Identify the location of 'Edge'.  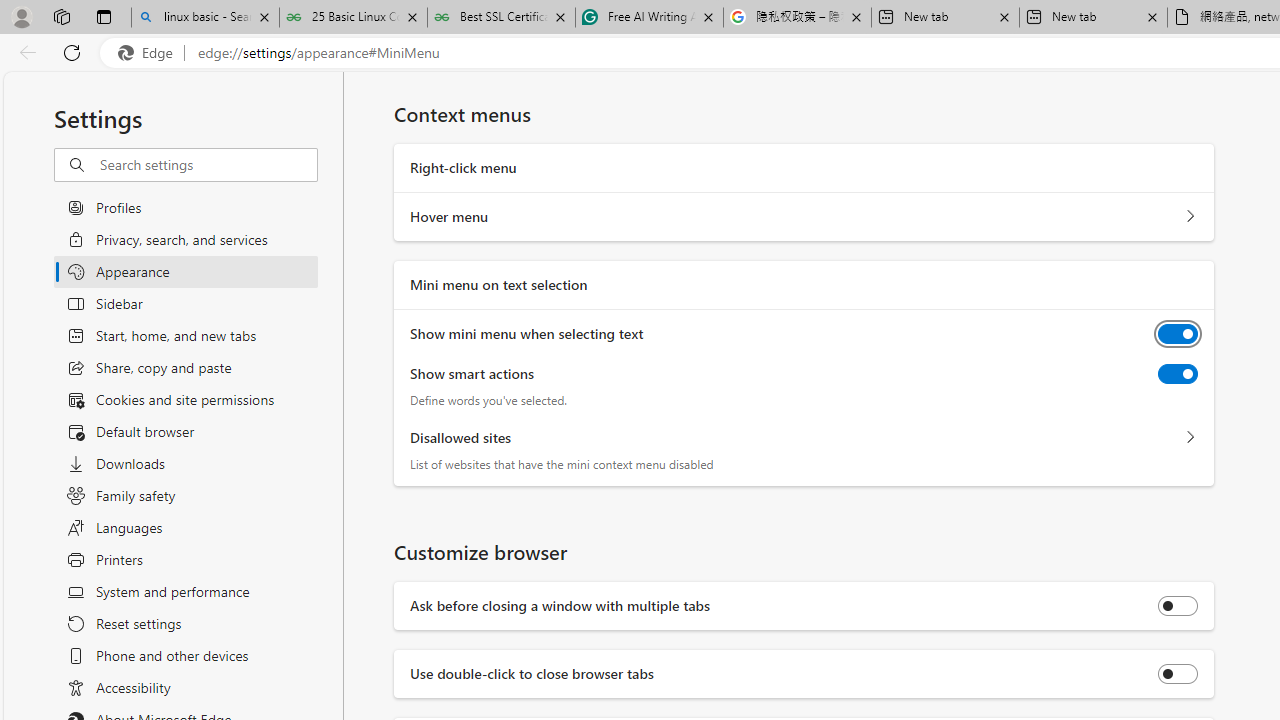
(149, 52).